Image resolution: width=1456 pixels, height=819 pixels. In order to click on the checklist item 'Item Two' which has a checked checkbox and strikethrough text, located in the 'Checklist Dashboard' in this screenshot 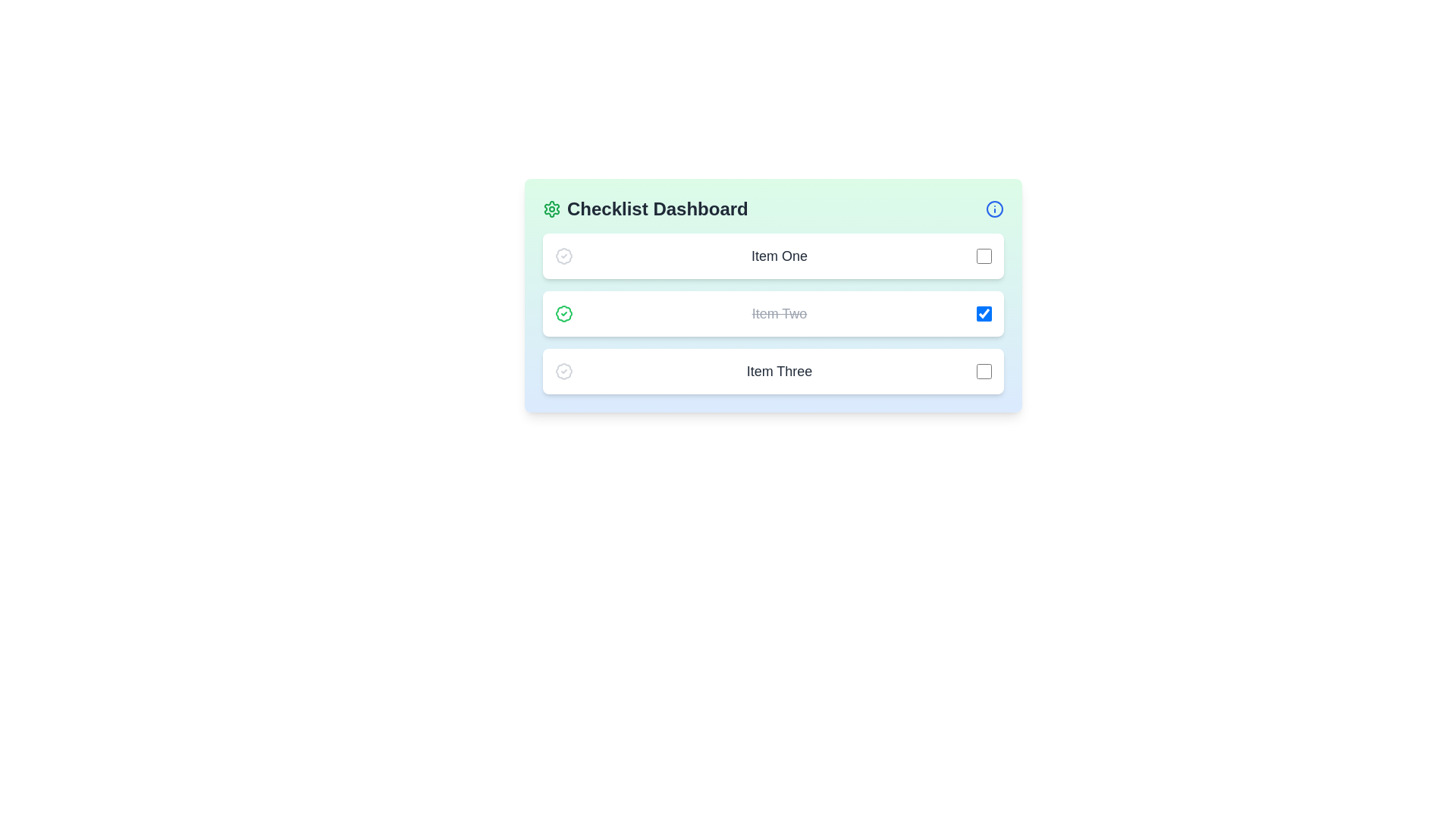, I will do `click(773, 312)`.